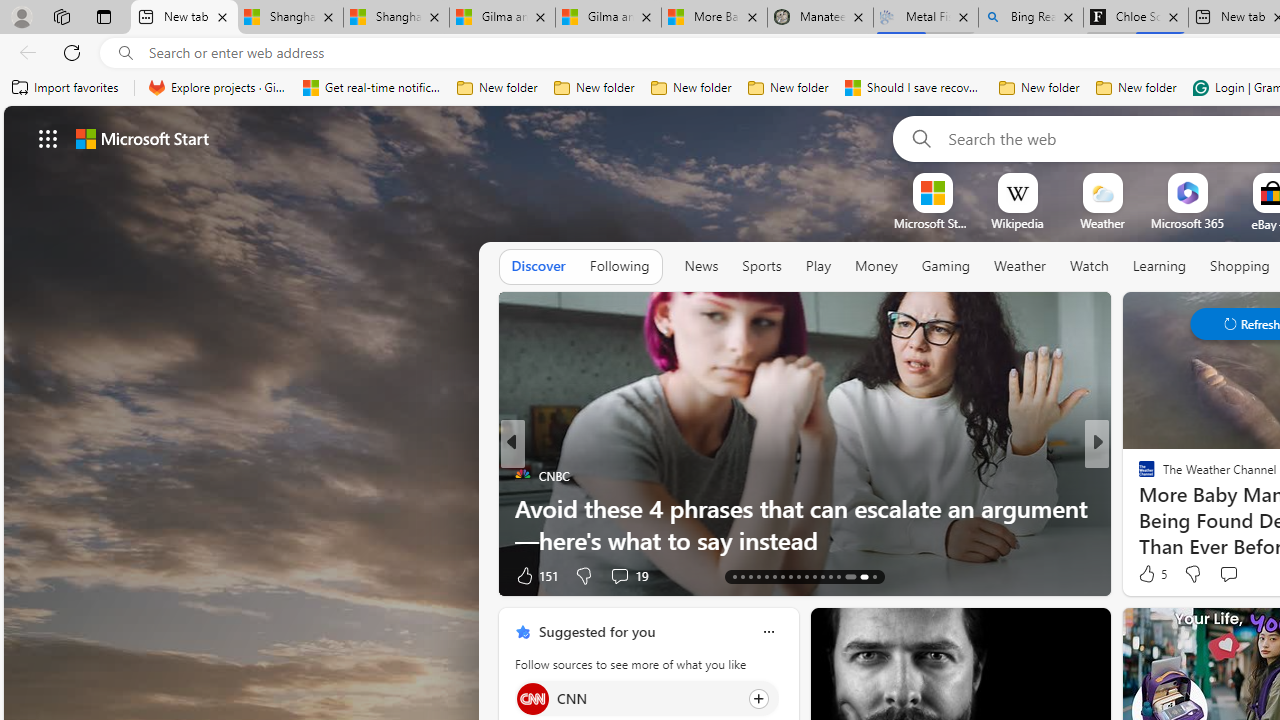  I want to click on 'Dislike', so click(1192, 574).